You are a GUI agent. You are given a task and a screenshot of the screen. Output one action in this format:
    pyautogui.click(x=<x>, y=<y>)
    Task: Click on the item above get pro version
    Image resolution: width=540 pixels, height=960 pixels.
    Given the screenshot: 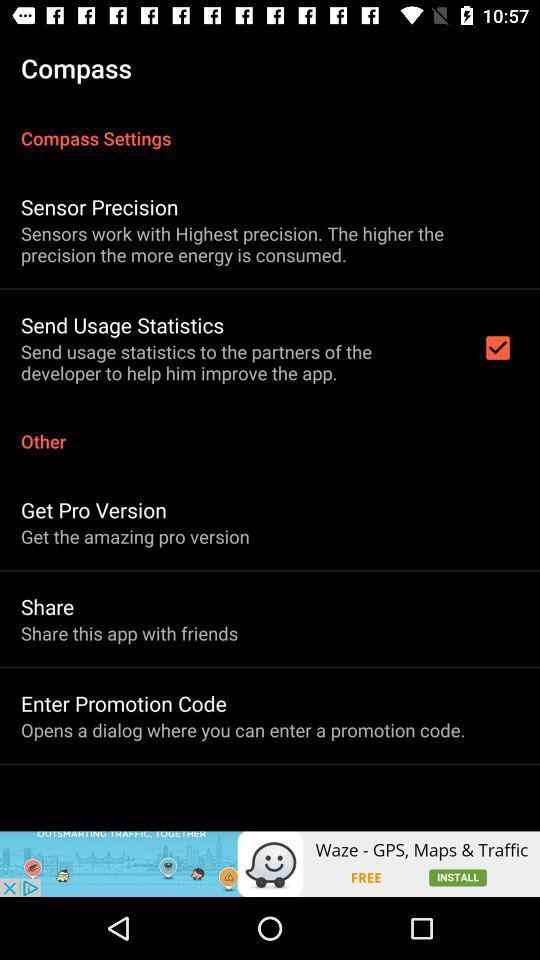 What is the action you would take?
    pyautogui.click(x=270, y=430)
    